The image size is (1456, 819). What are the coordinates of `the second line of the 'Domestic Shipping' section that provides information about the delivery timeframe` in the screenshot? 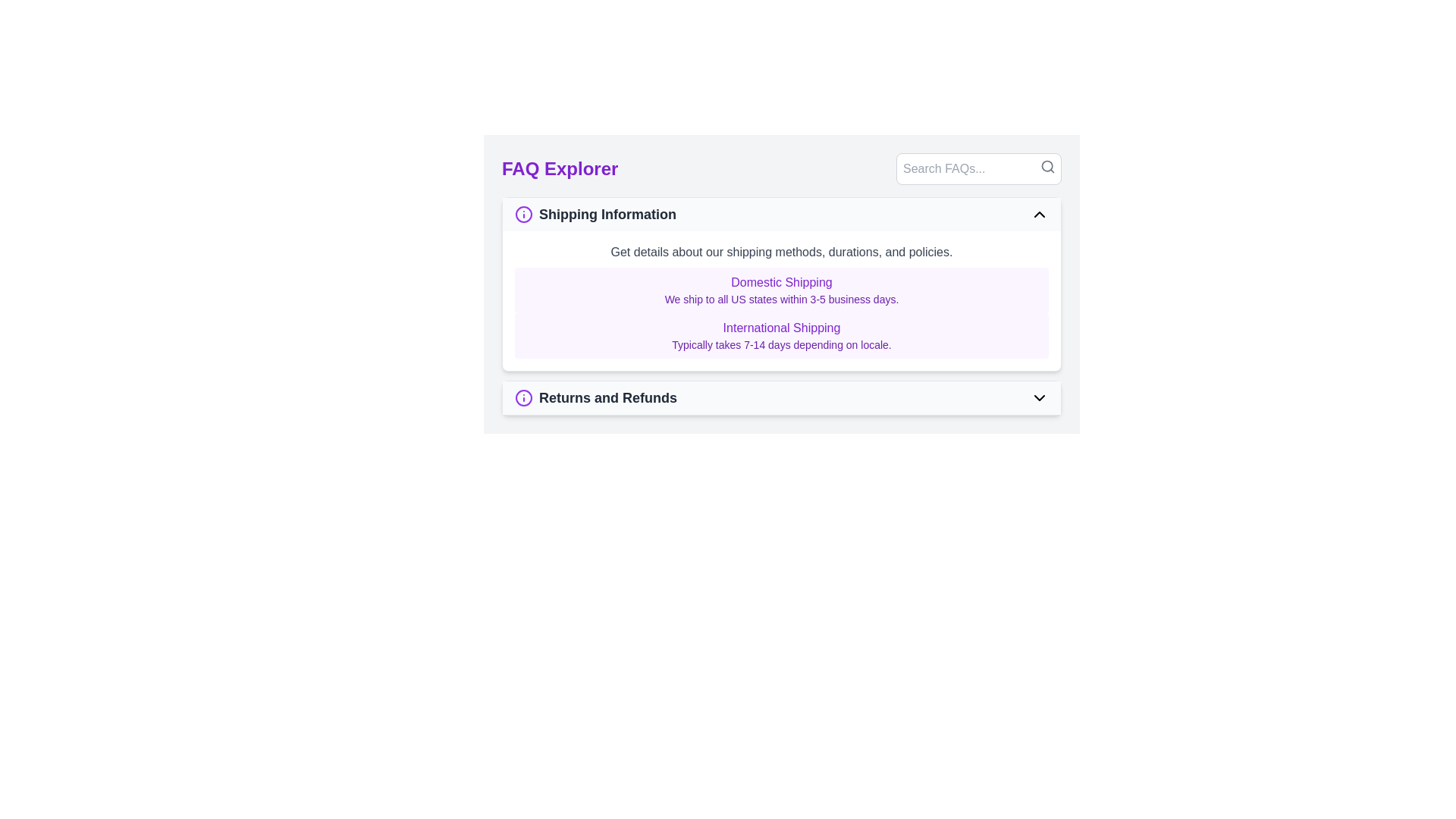 It's located at (782, 299).